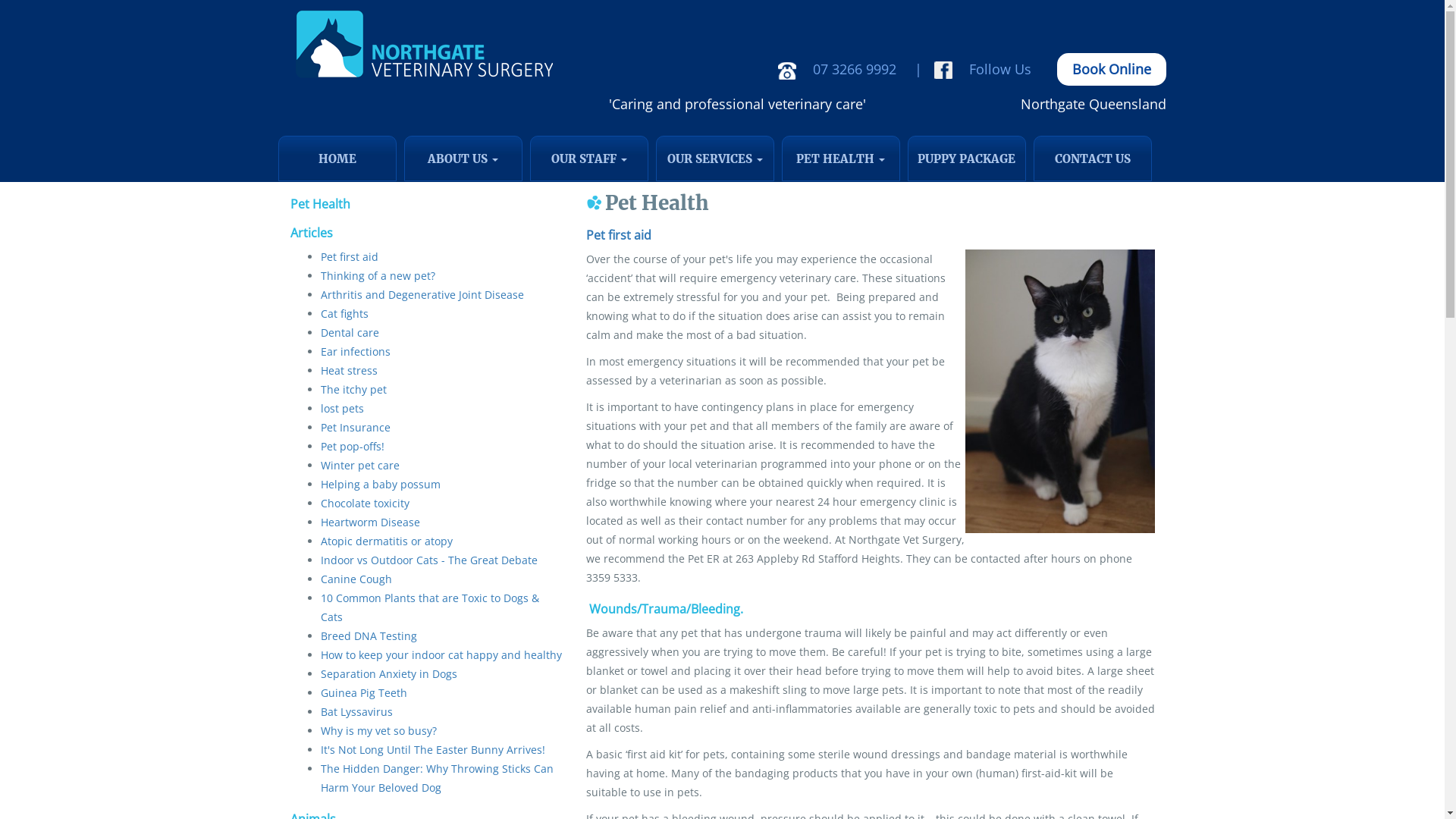  What do you see at coordinates (985, 69) in the screenshot?
I see `'Follow Us'` at bounding box center [985, 69].